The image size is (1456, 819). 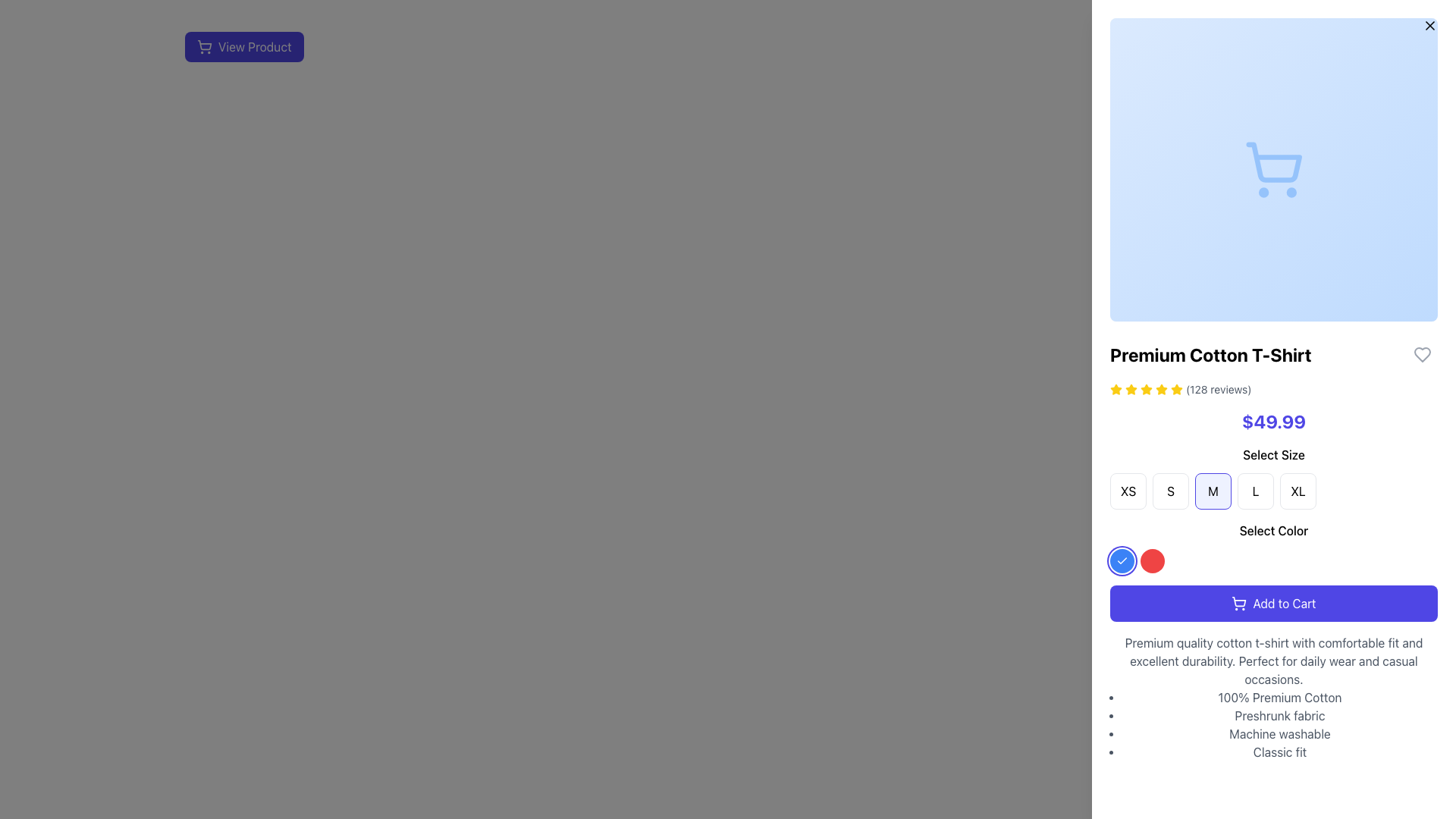 What do you see at coordinates (1274, 529) in the screenshot?
I see `the 'Select Color' label, which is styled in medium-weight font and is located centrally above the color selection options` at bounding box center [1274, 529].